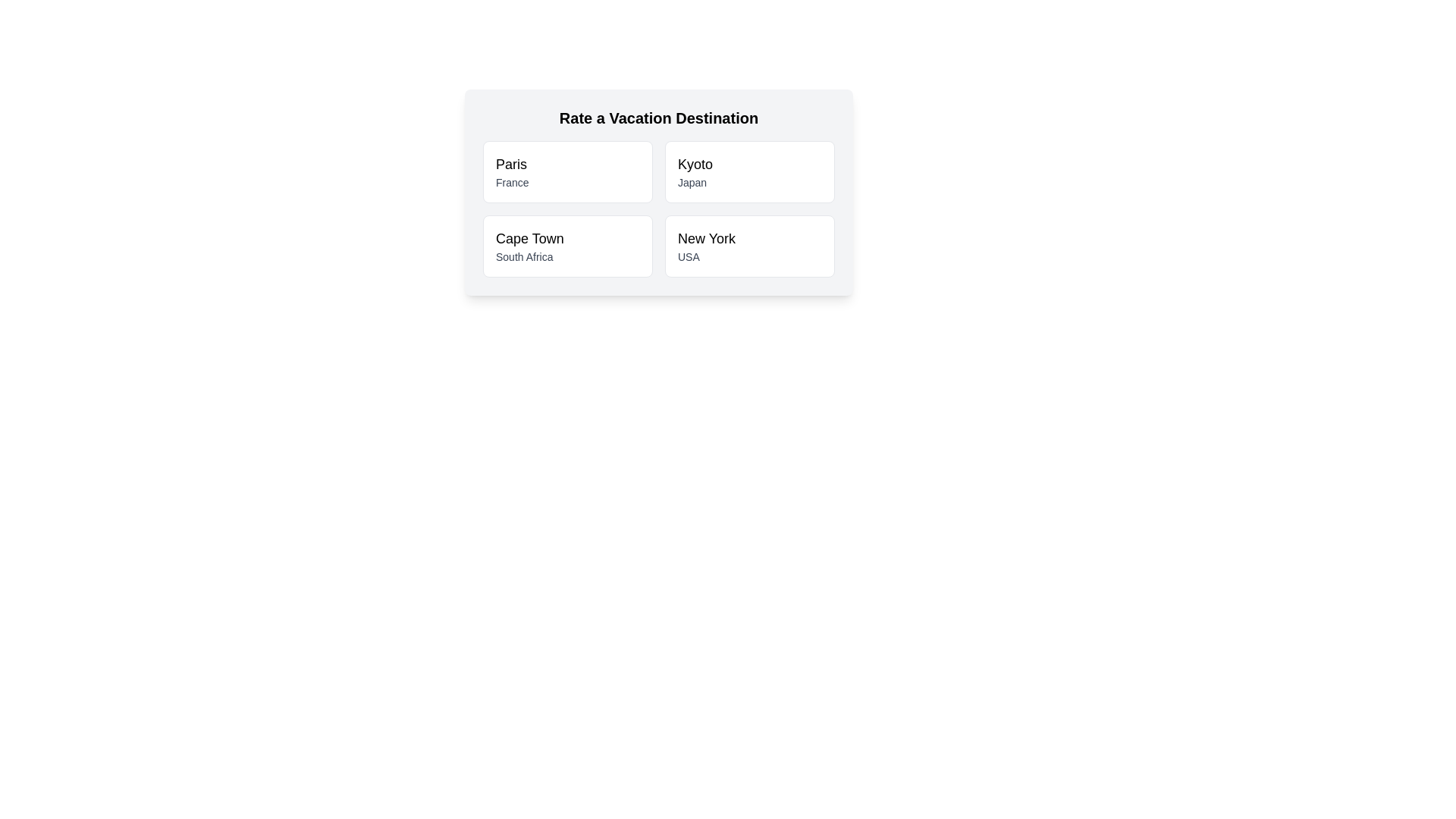  Describe the element at coordinates (566, 245) in the screenshot. I see `on the interactive card representing 'Cape Town, South Africa', located in the bottom-left position of the grid` at that location.